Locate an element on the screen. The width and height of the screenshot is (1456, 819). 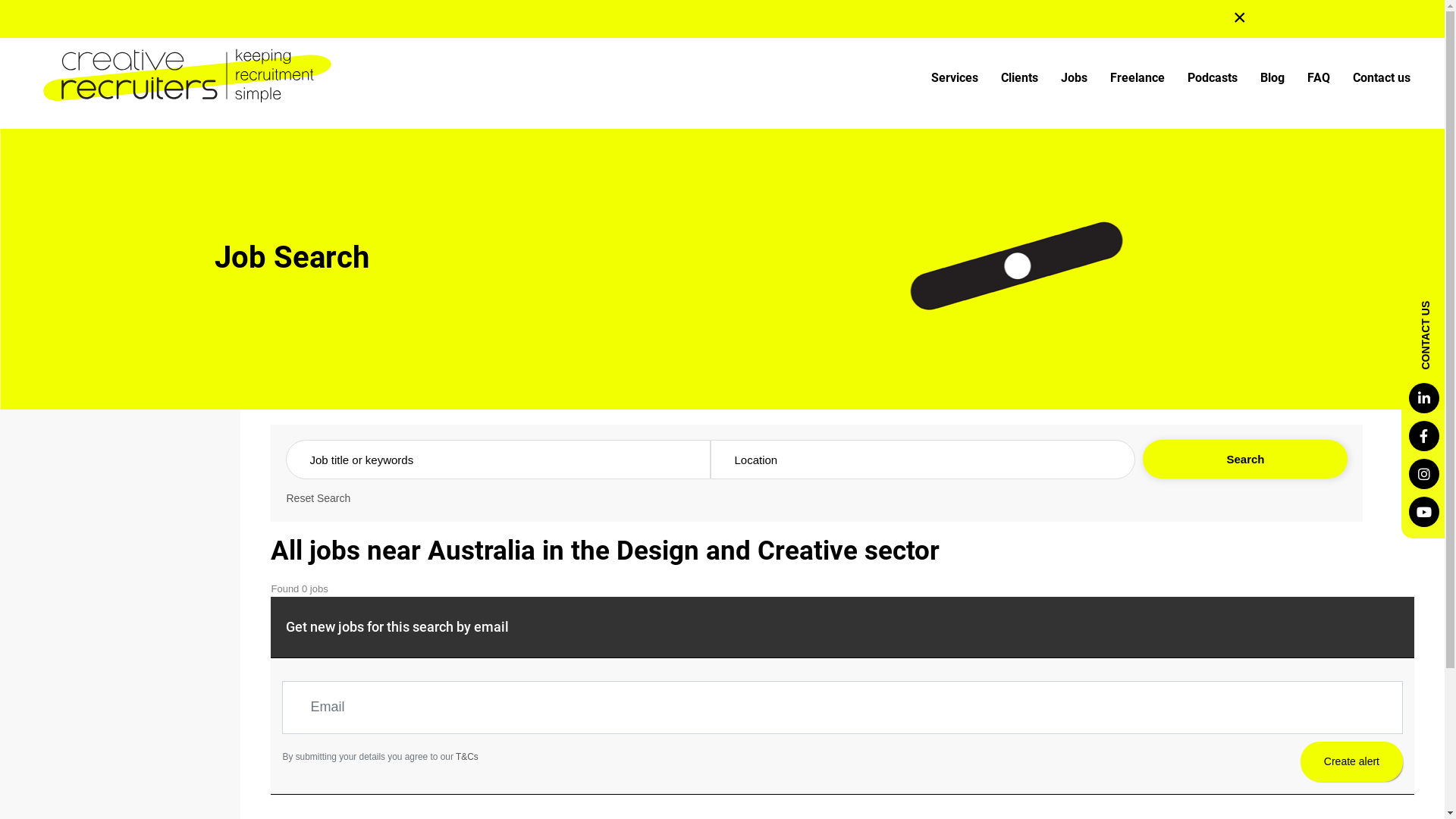
'LinkedIn' is located at coordinates (1423, 397).